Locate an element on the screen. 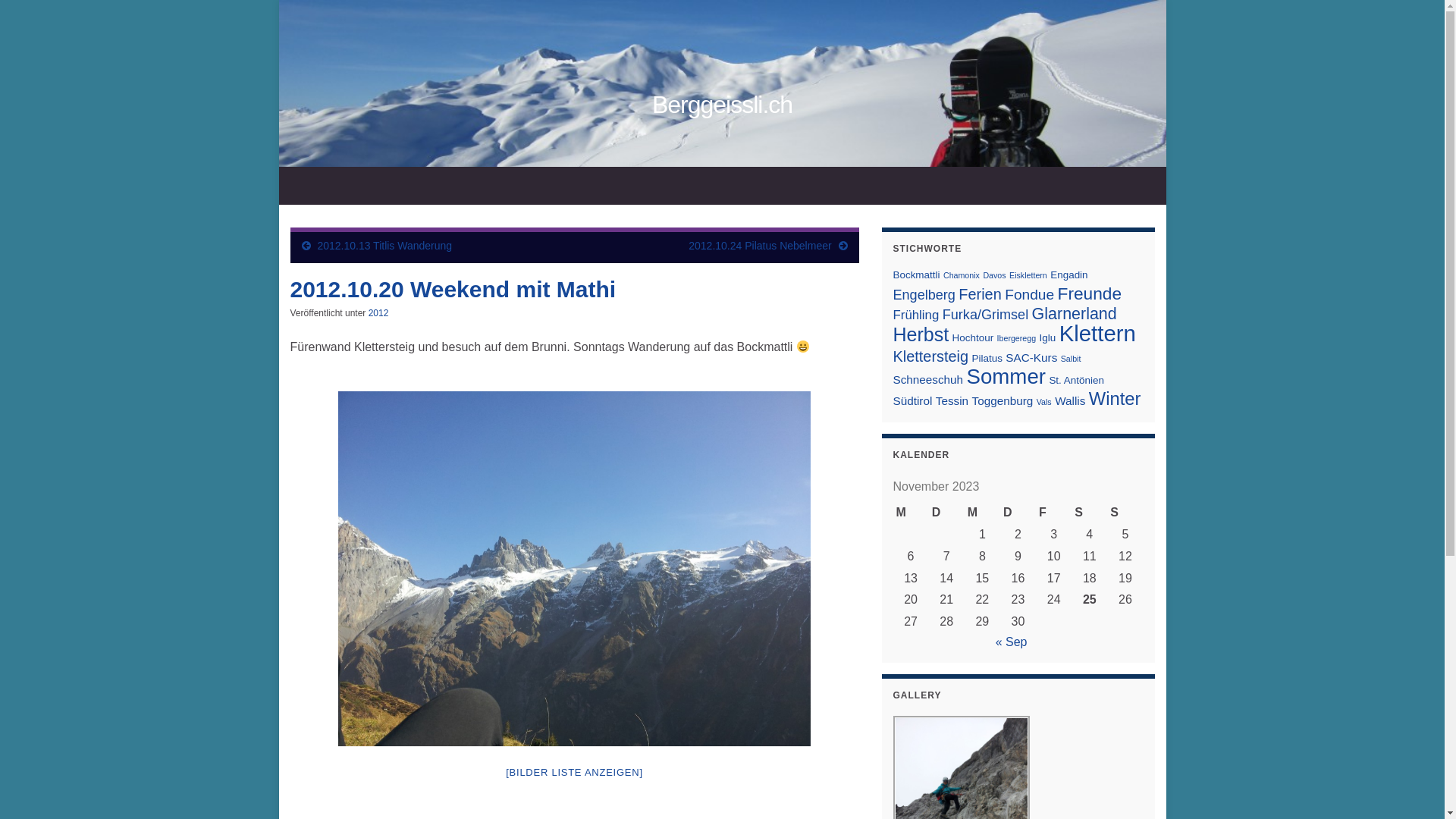  'Sommer' is located at coordinates (966, 375).